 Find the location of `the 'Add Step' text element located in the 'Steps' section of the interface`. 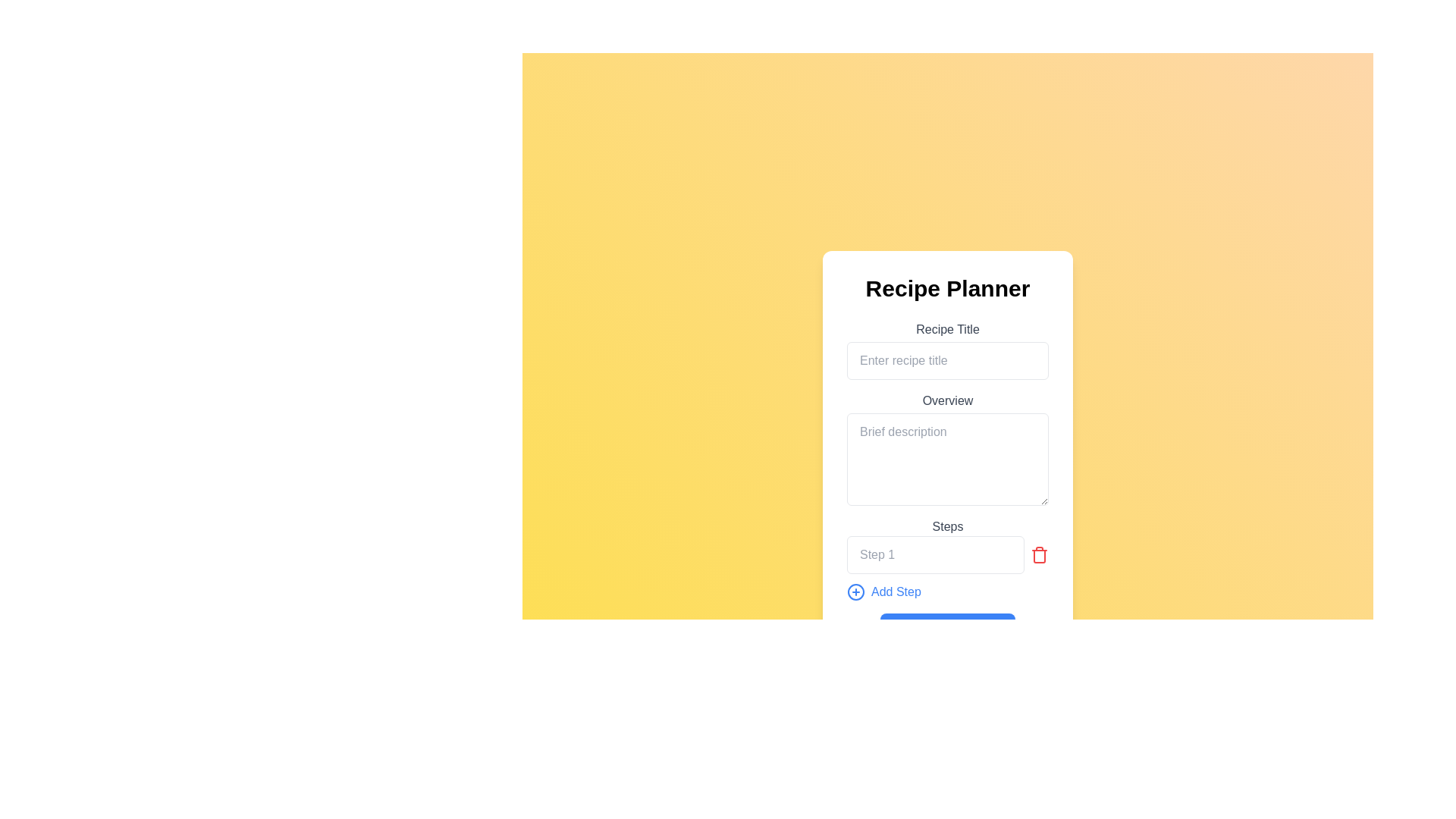

the 'Add Step' text element located in the 'Steps' section of the interface is located at coordinates (895, 590).